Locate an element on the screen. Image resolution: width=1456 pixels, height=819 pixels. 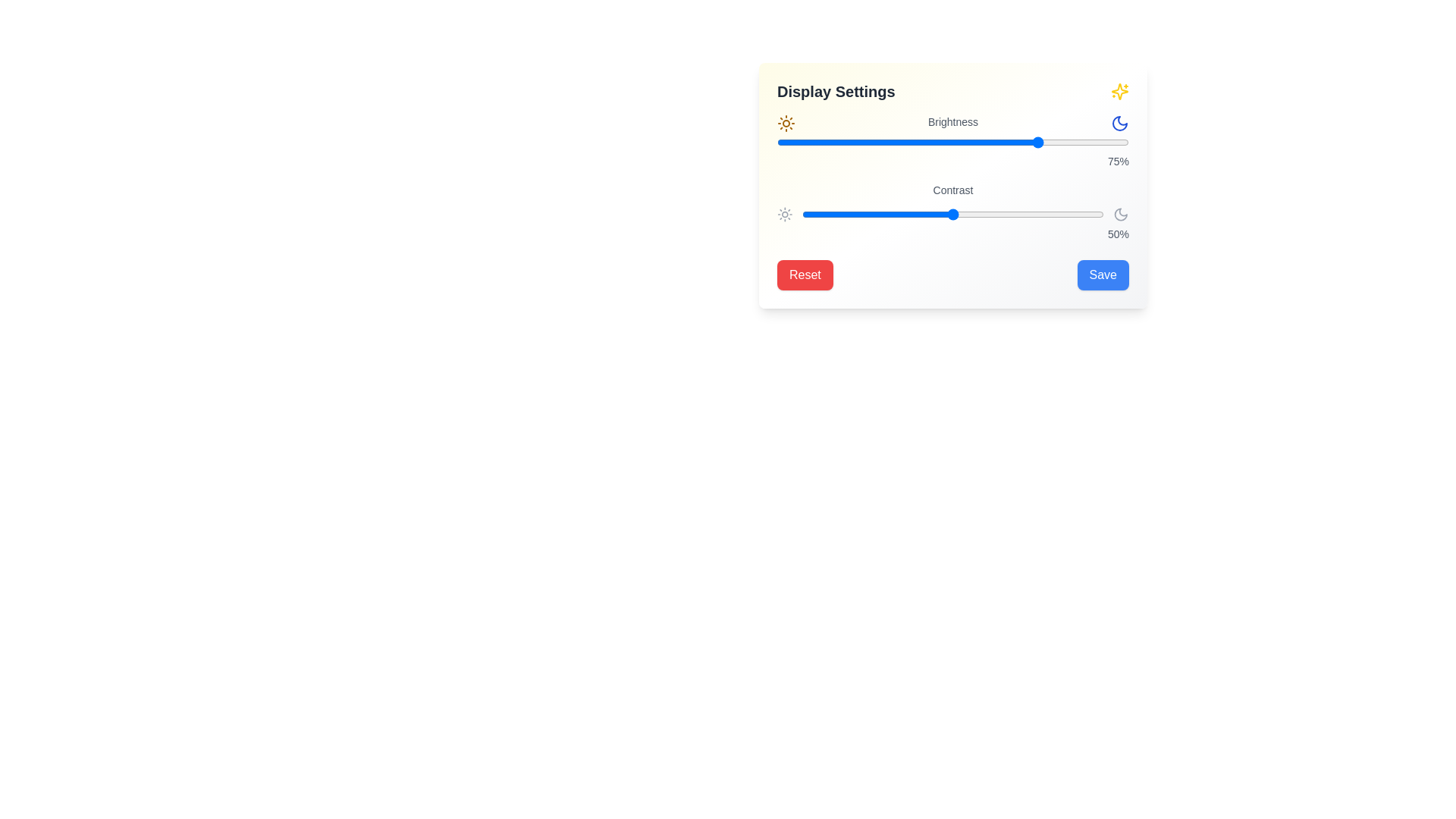
the contrast is located at coordinates (1052, 214).